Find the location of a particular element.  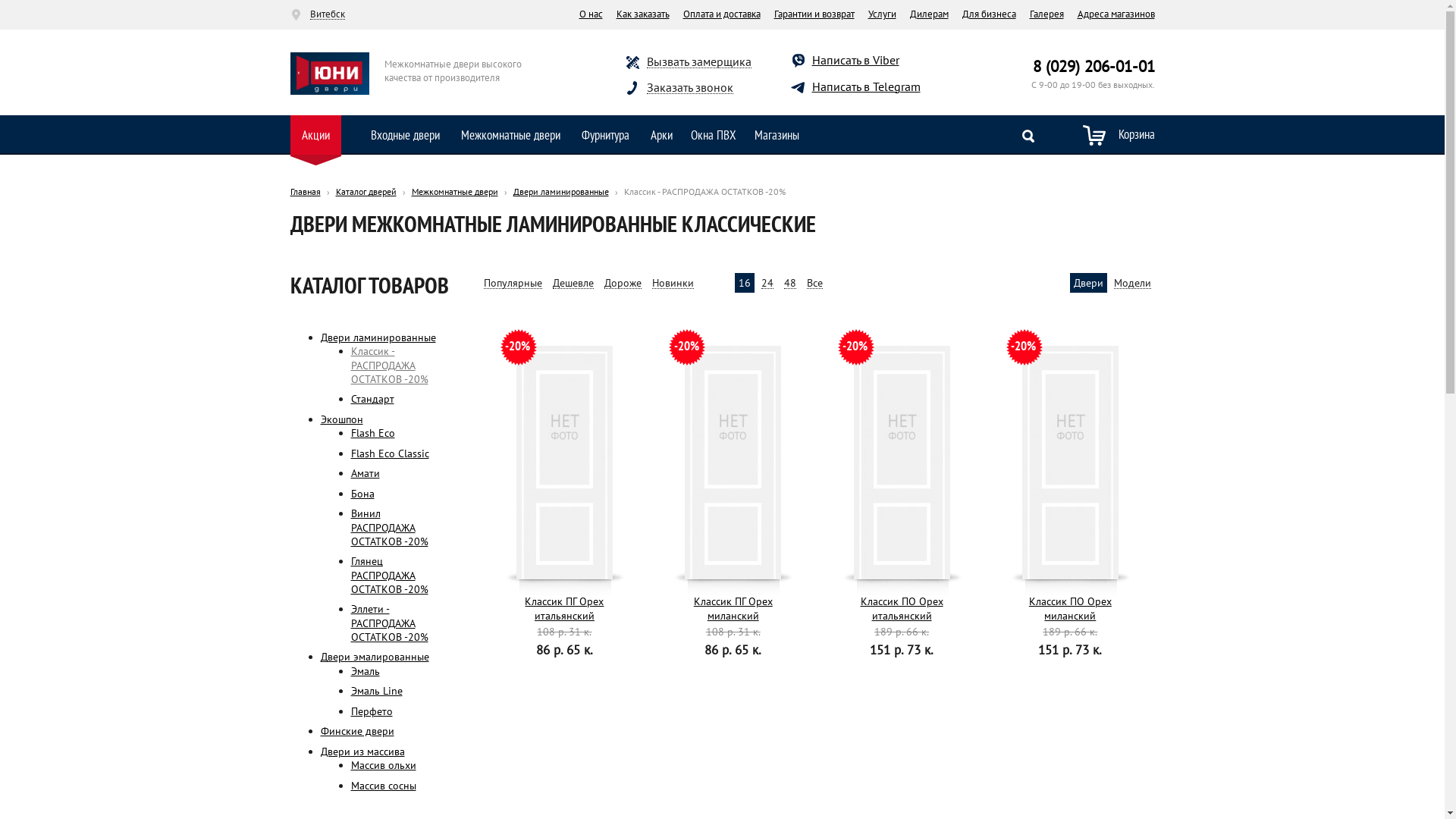

'-20%' is located at coordinates (1069, 461).